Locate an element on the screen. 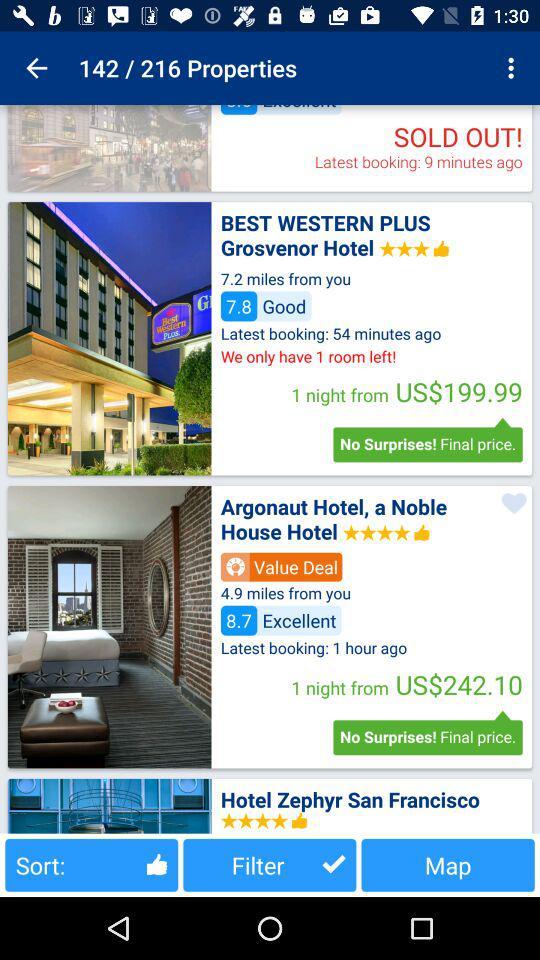 The width and height of the screenshot is (540, 960). the map item is located at coordinates (448, 864).